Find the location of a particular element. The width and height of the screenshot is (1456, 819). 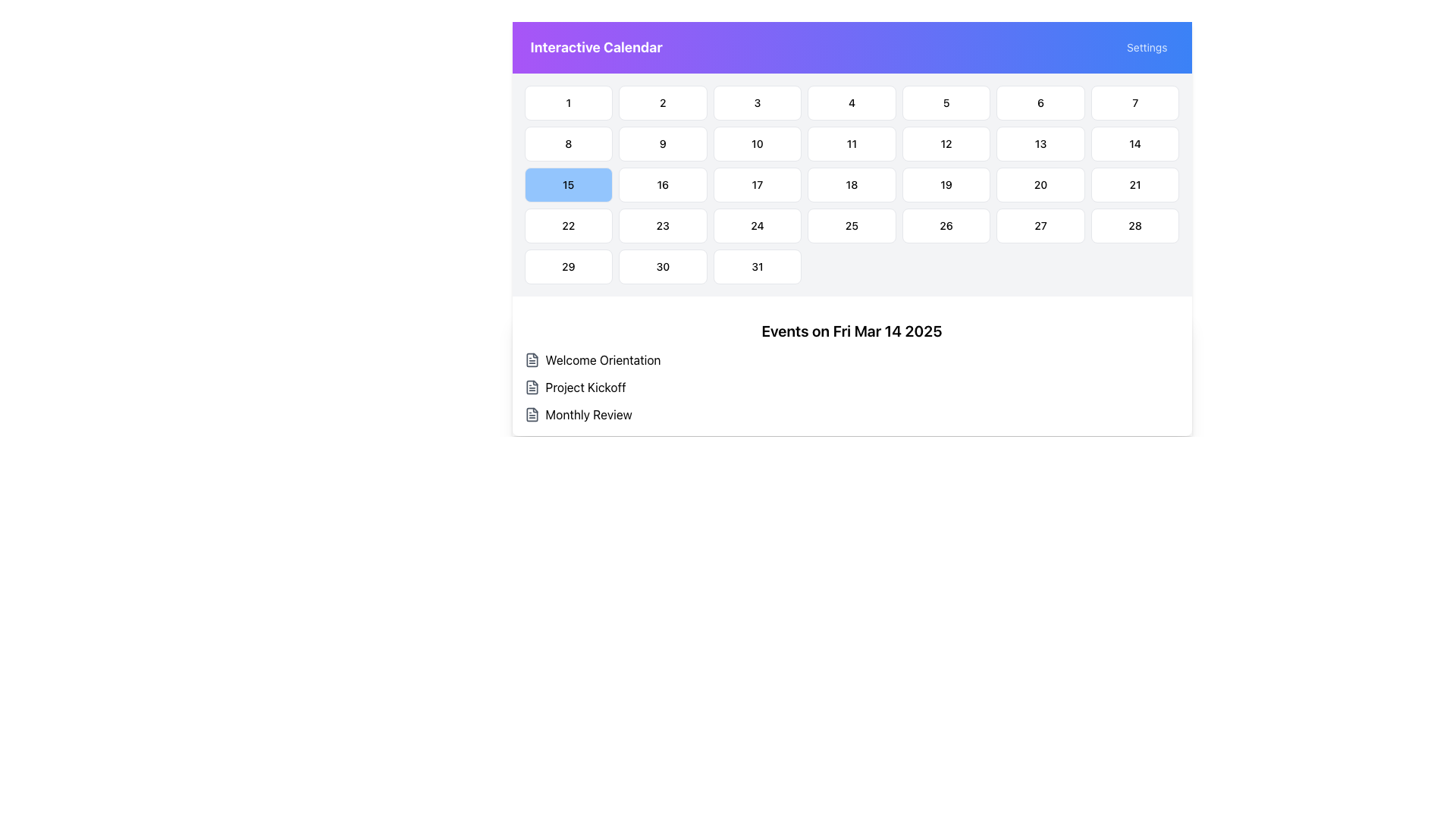

the text value of the Text Label representing the date '12' in the fifth row and twelfth column of the calendar interface is located at coordinates (946, 143).